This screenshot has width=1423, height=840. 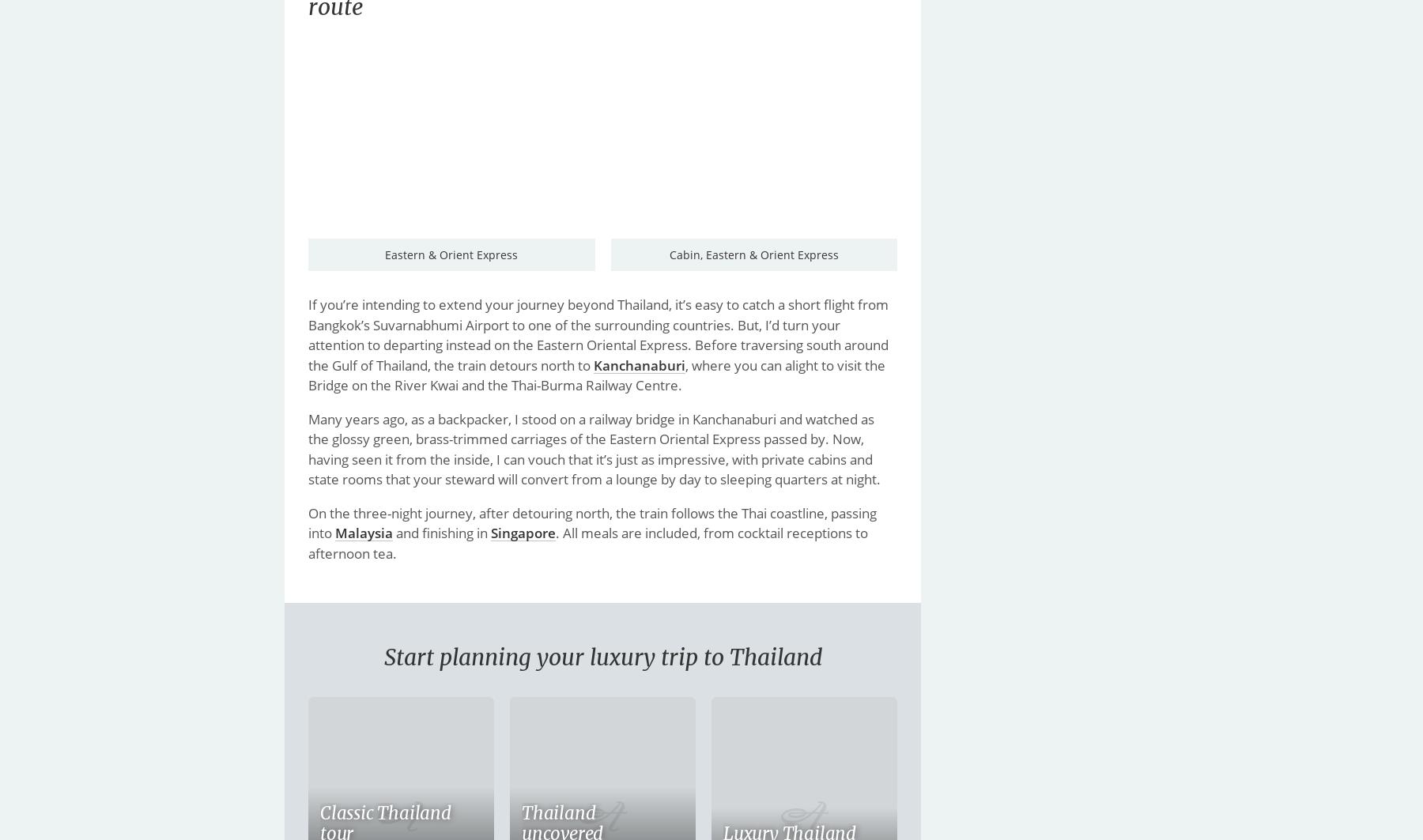 What do you see at coordinates (595, 375) in the screenshot?
I see `', where you can alight to visit the Bridge on the River Kwai and the Thai-Burma Railway Centre.'` at bounding box center [595, 375].